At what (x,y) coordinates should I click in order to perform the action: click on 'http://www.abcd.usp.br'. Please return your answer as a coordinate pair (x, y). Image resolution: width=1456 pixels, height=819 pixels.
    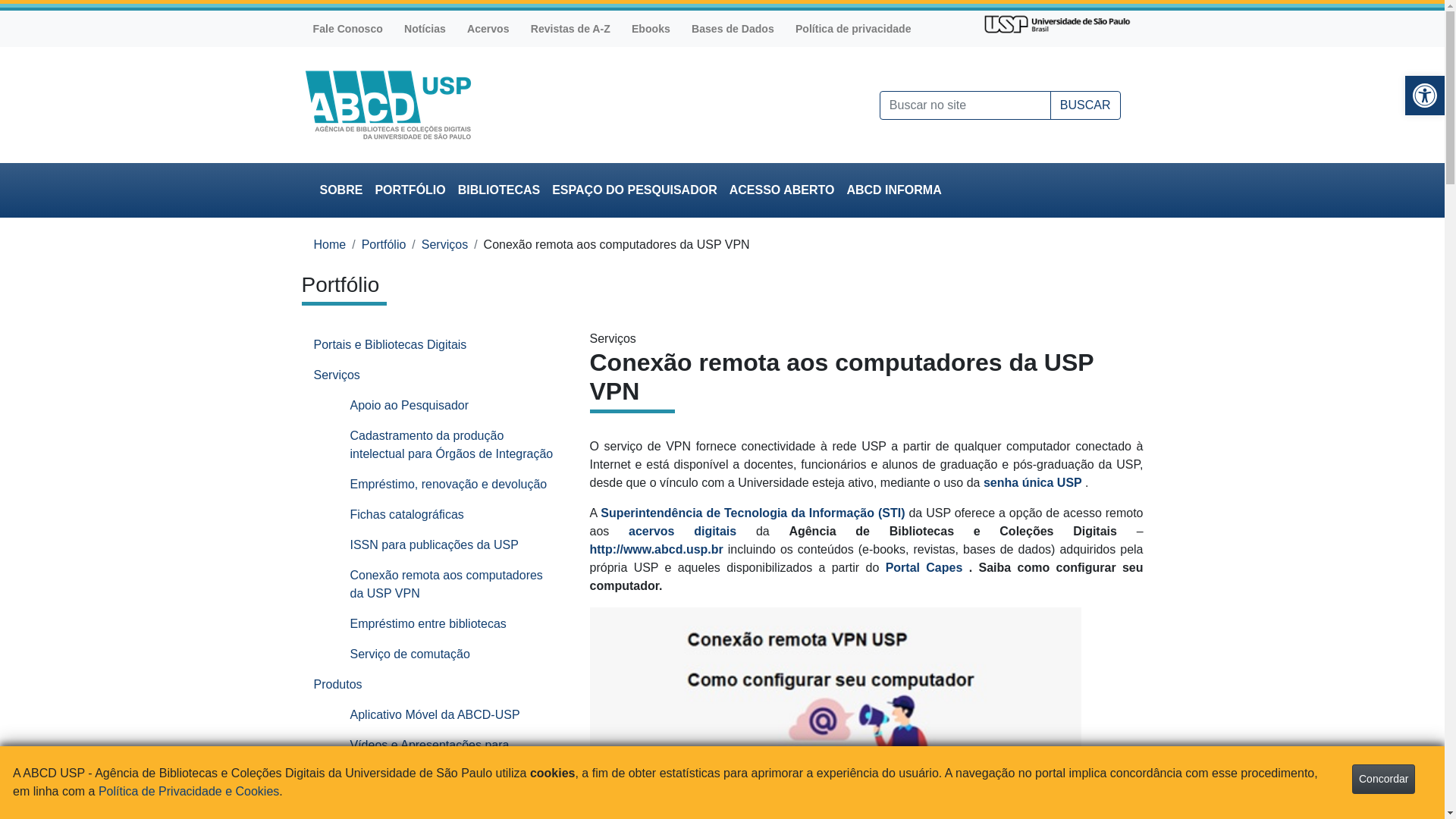
    Looking at the image, I should click on (588, 549).